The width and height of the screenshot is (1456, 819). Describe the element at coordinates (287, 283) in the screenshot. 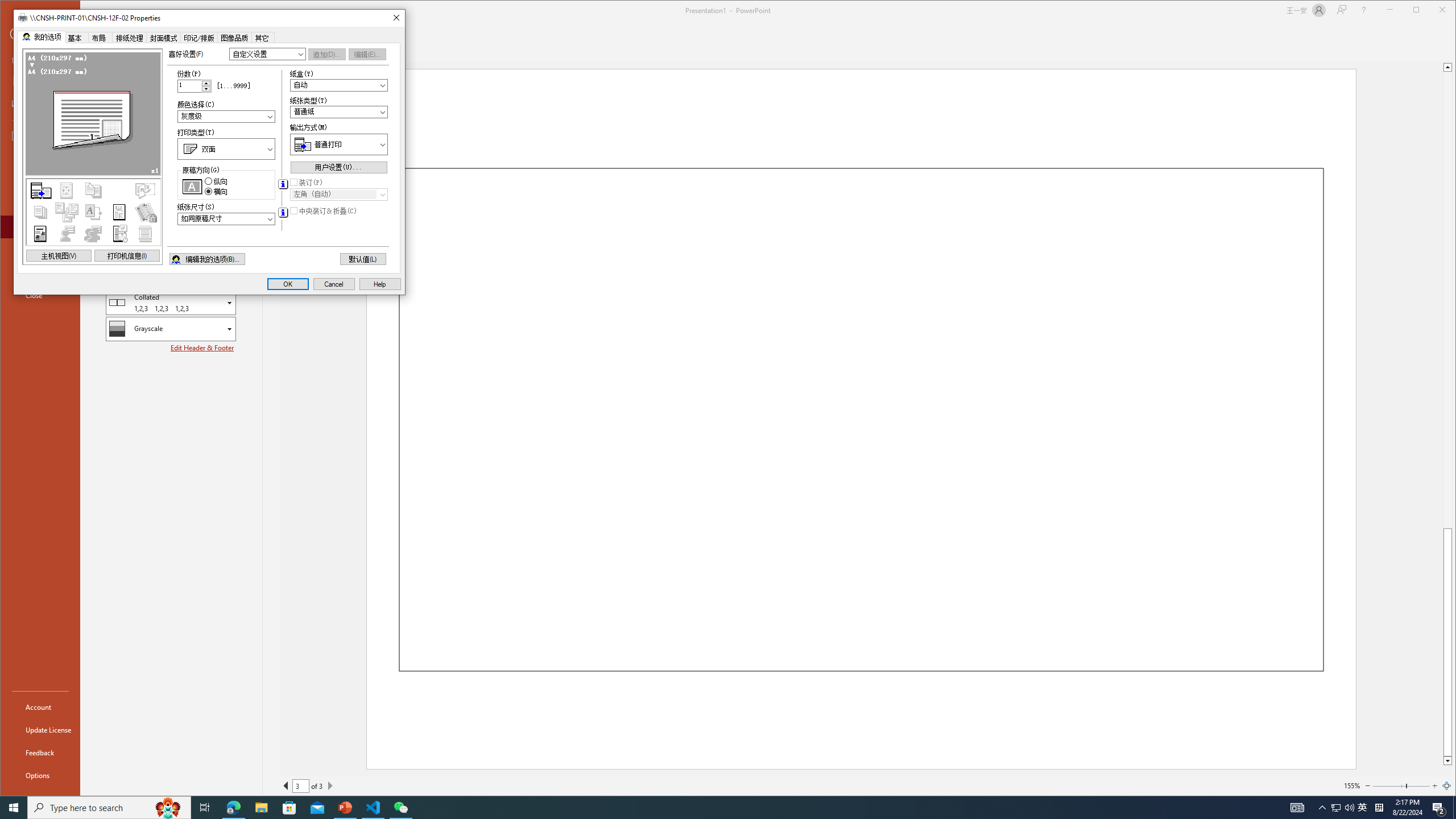

I see `'OK'` at that location.